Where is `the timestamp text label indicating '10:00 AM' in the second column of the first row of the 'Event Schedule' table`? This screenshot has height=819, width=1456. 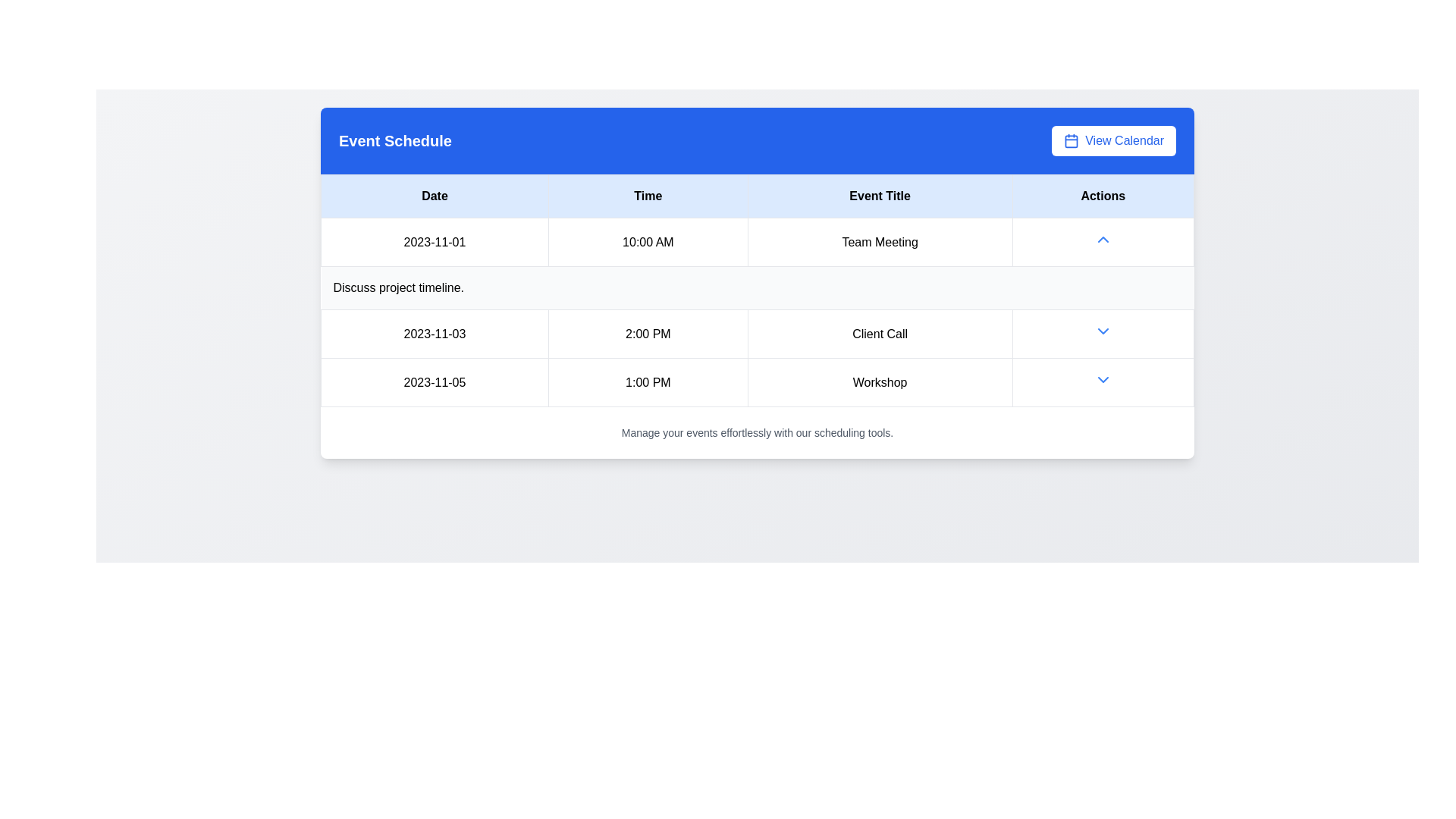 the timestamp text label indicating '10:00 AM' in the second column of the first row of the 'Event Schedule' table is located at coordinates (648, 241).